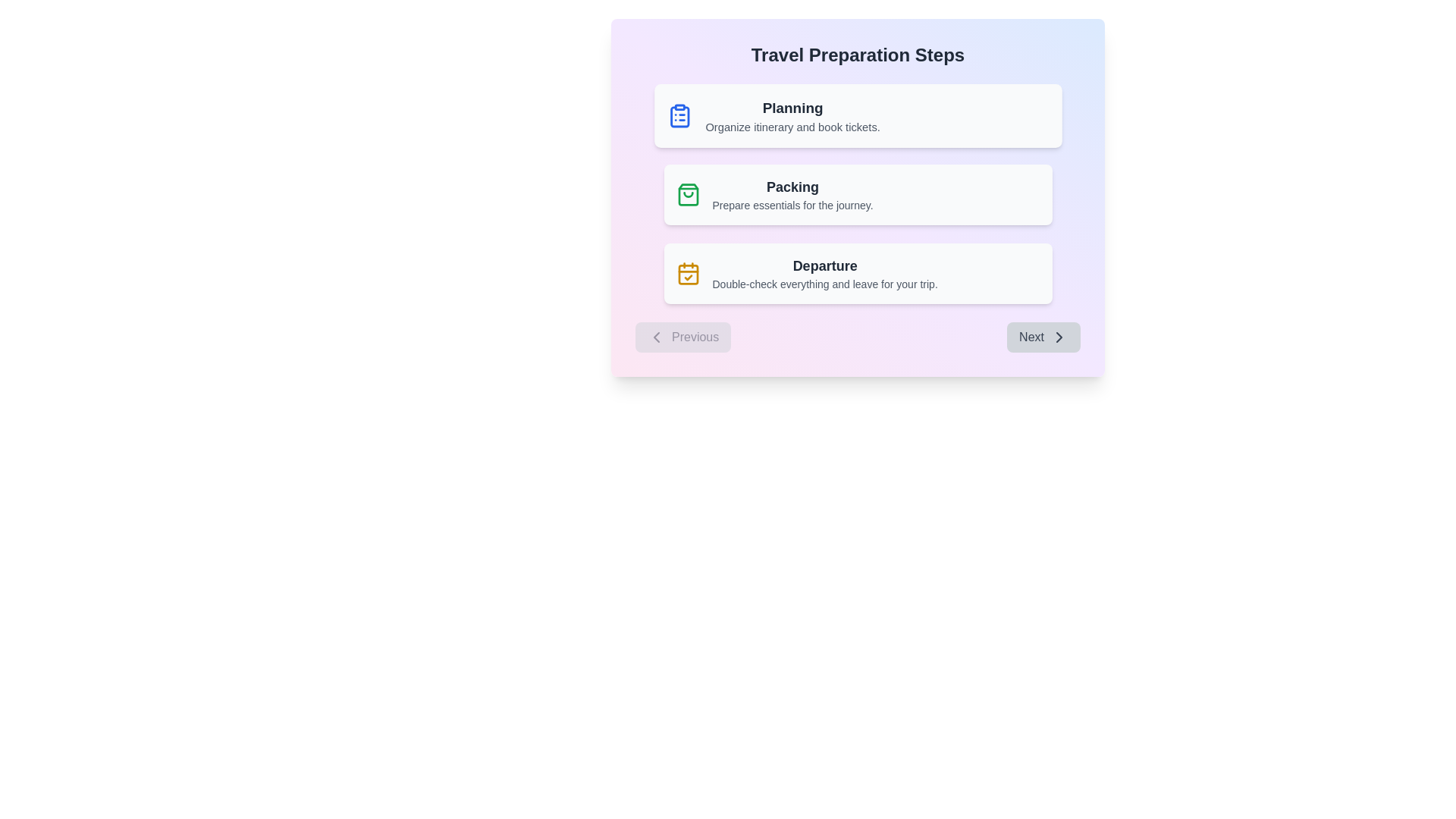 This screenshot has height=819, width=1456. Describe the element at coordinates (1058, 336) in the screenshot. I see `the chevron icon within the 'Next' button located at the bottom-right corner of the interface` at that location.